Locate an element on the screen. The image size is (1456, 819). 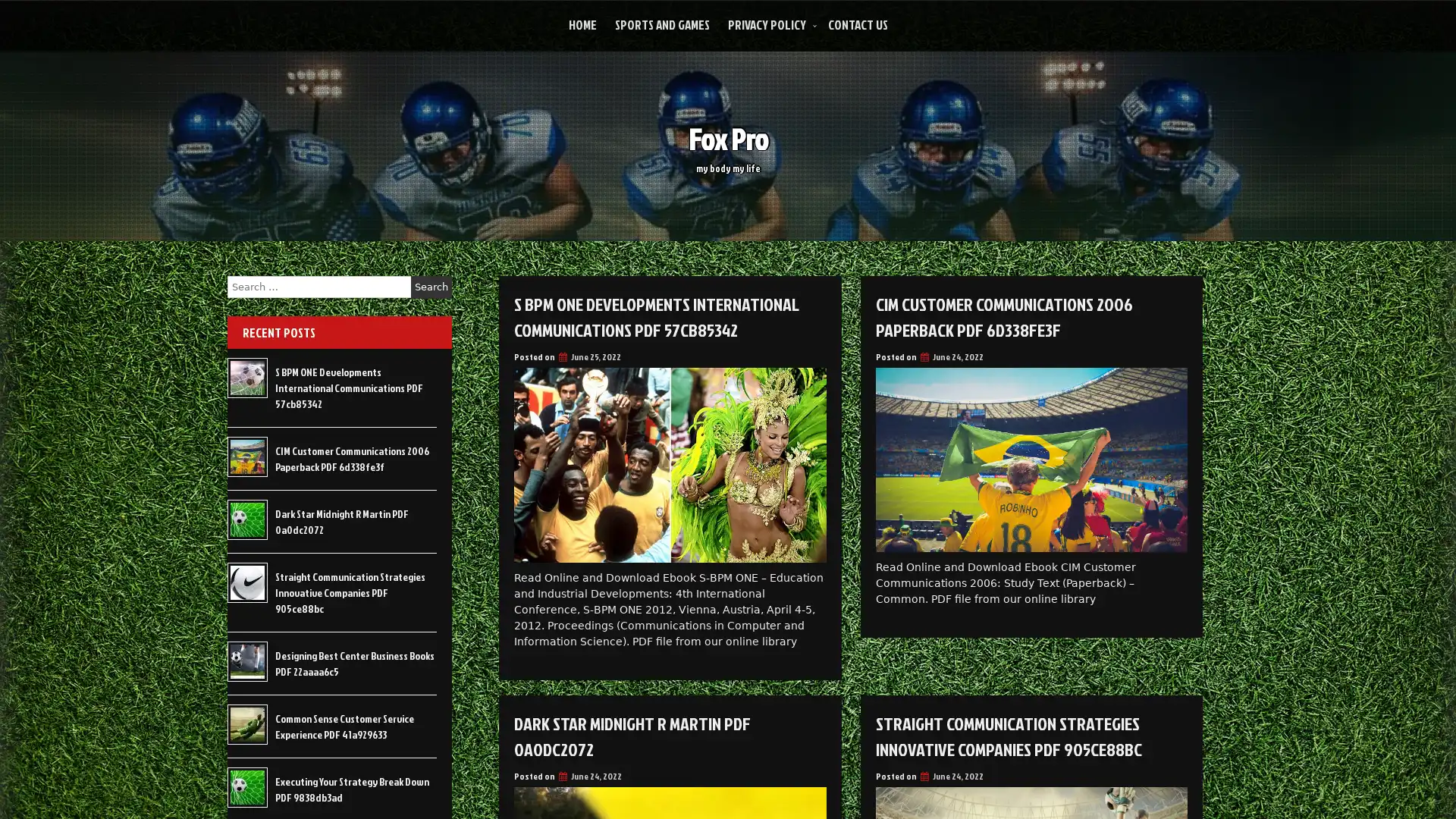
Search is located at coordinates (431, 287).